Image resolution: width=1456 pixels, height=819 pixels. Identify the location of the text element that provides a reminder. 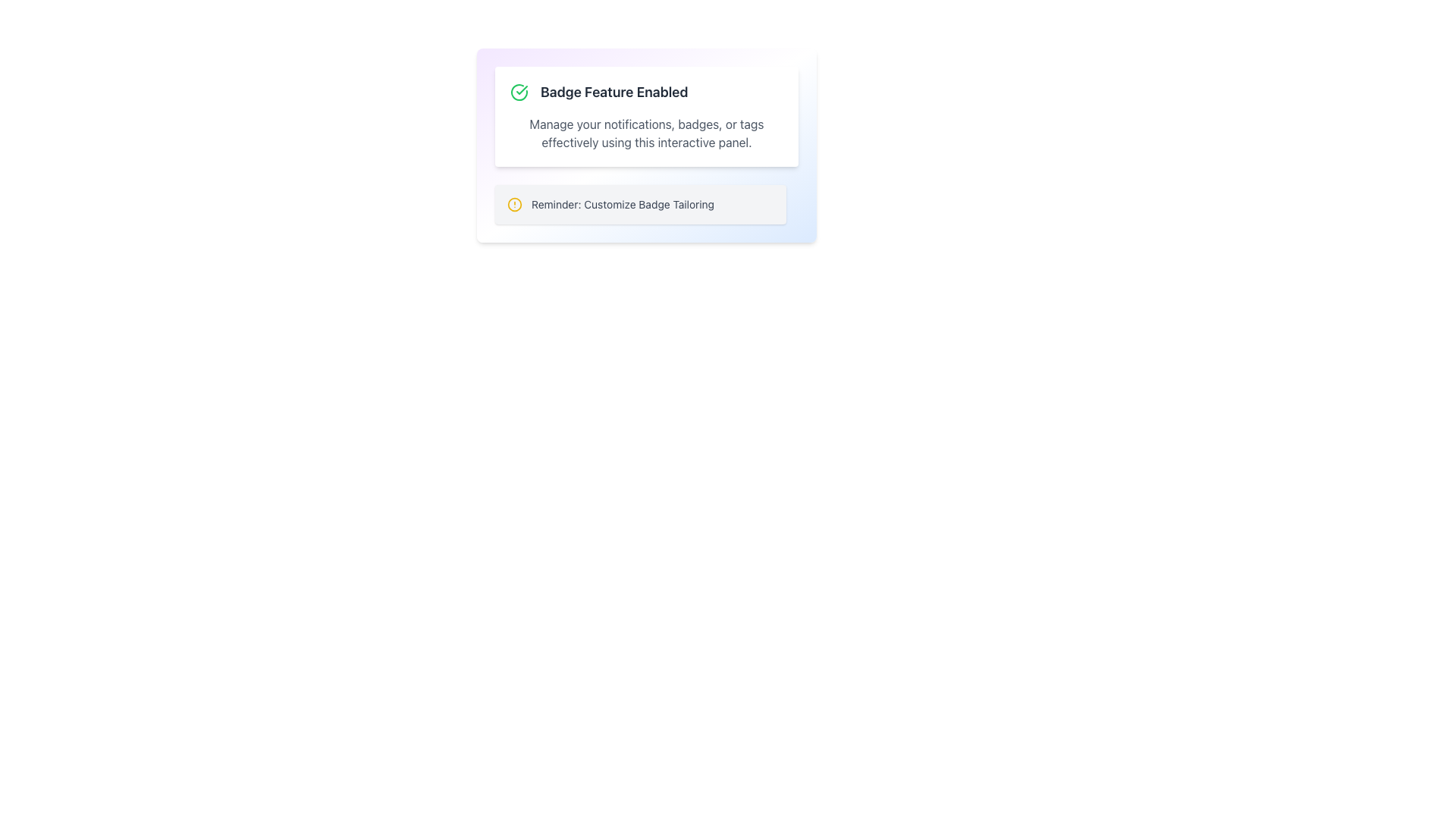
(623, 205).